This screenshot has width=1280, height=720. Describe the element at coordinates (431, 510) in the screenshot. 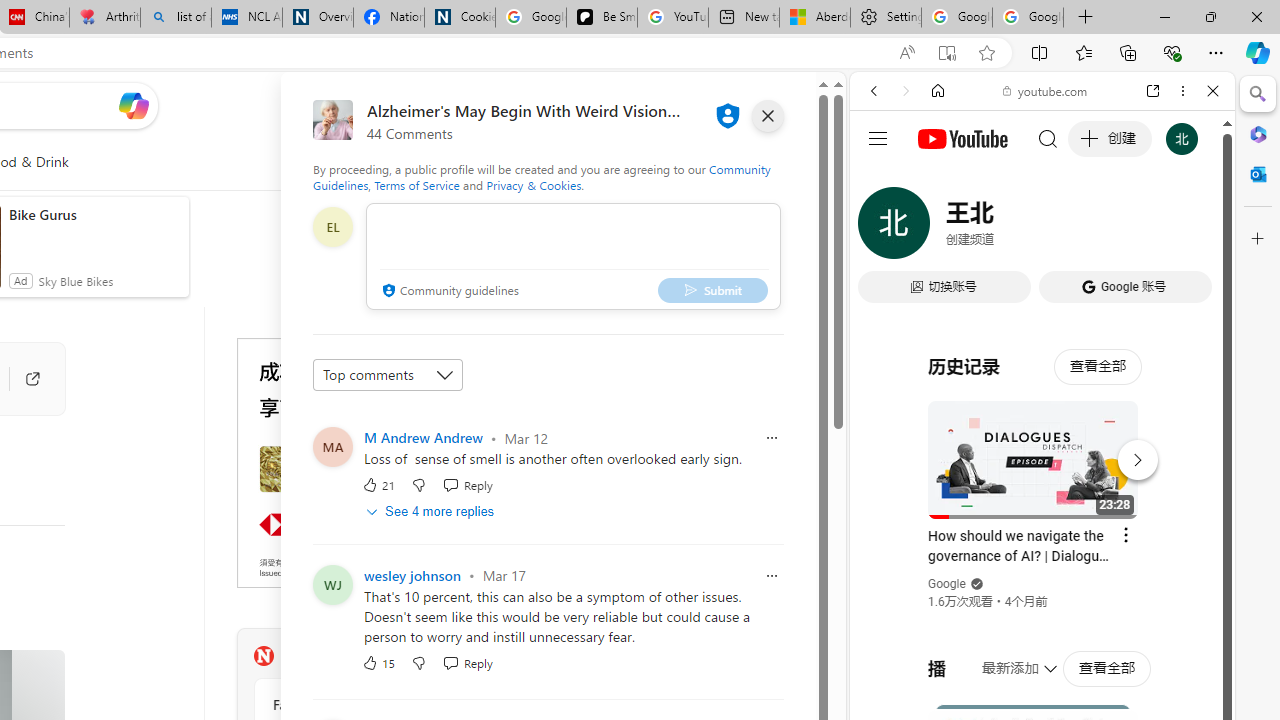

I see `'See 4 more replies'` at that location.